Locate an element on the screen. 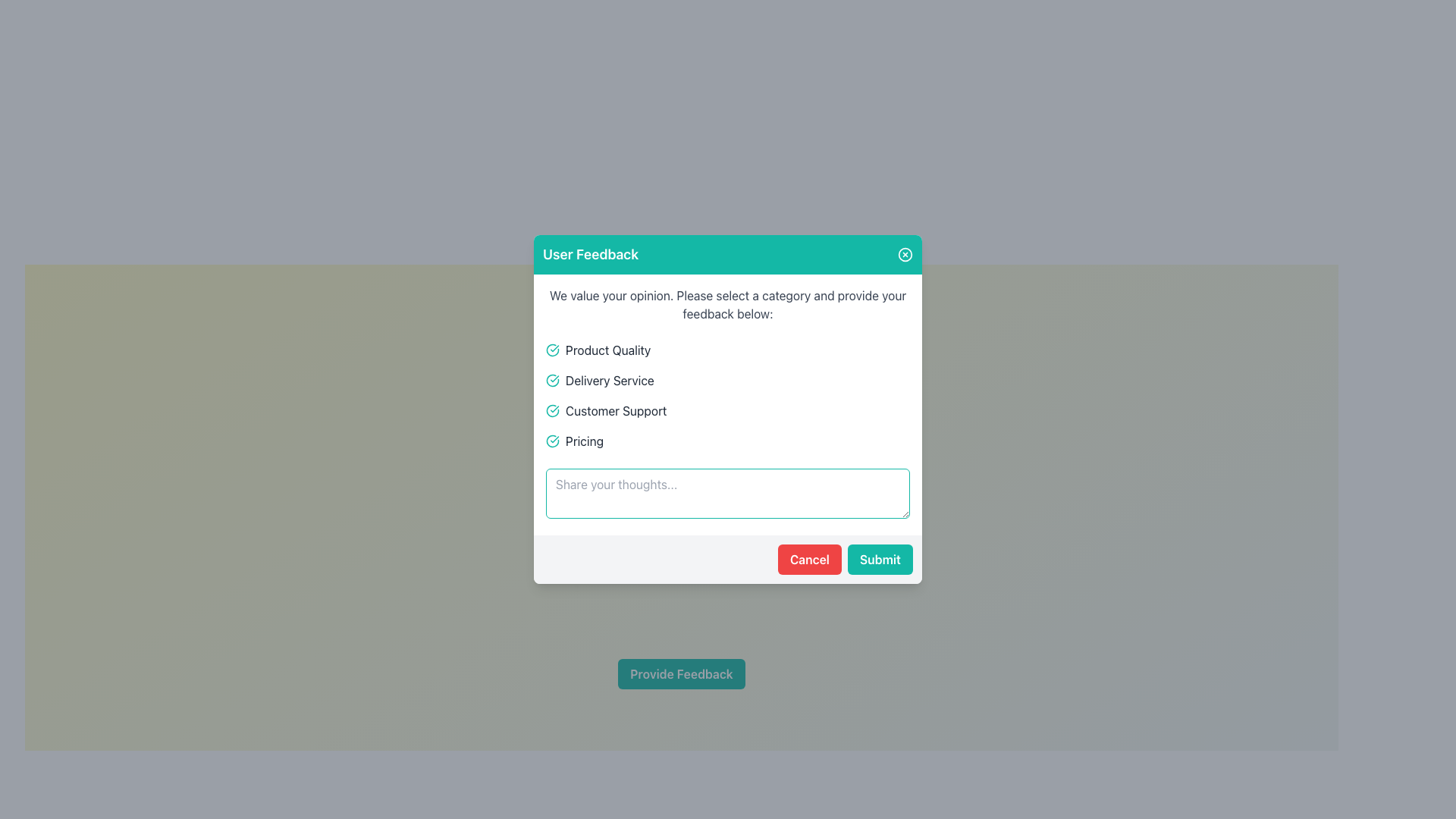 The image size is (1456, 819). the 'Cancel' button in the lower-right section of the feedback modal to observe the hover effect is located at coordinates (808, 559).